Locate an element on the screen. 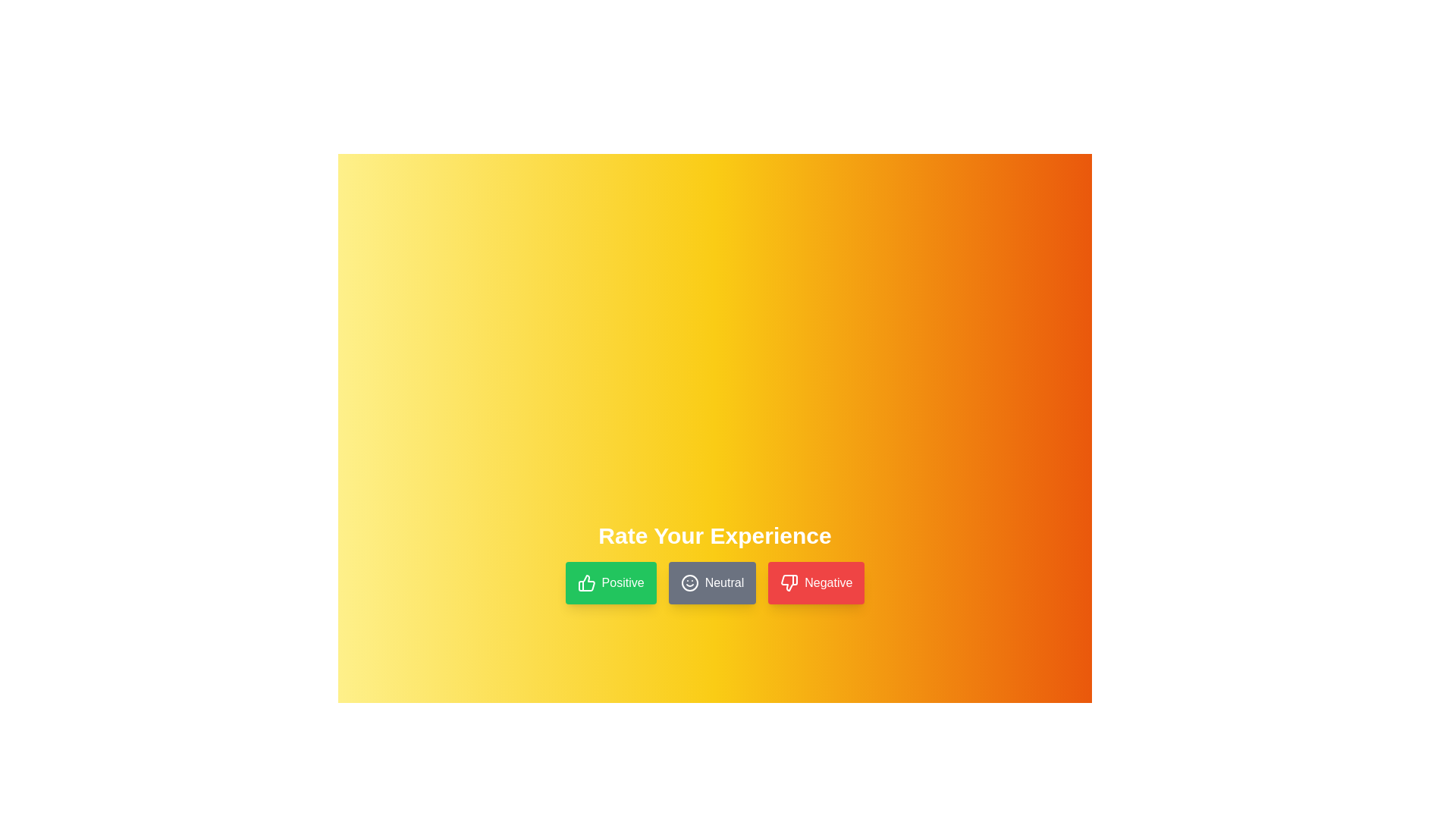  the 'Neutral' button containing the SVG icon that represents the 'Neutral' rating option is located at coordinates (689, 582).